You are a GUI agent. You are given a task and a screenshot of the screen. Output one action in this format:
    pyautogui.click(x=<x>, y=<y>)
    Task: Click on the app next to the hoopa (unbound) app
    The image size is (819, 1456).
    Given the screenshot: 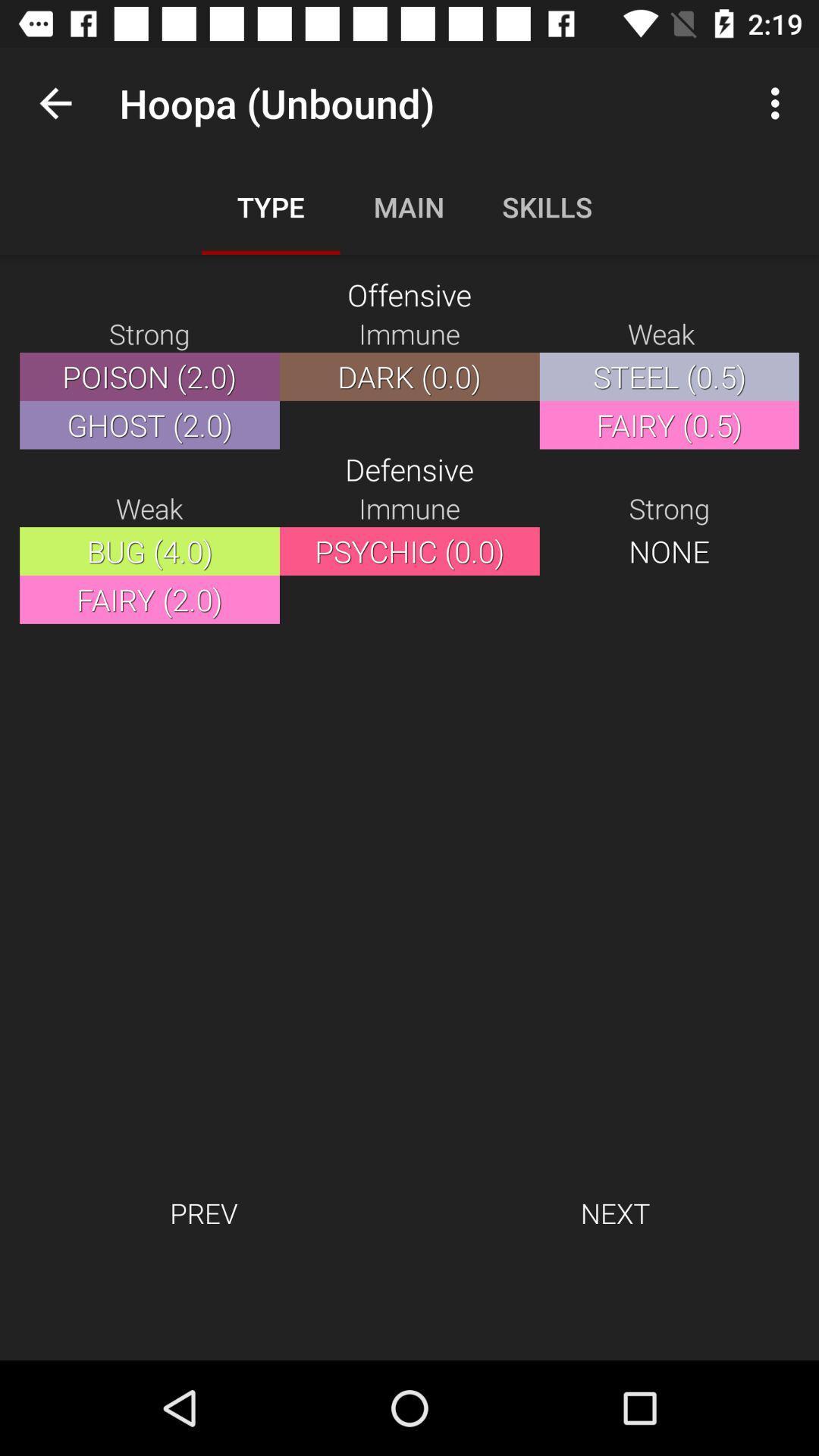 What is the action you would take?
    pyautogui.click(x=55, y=102)
    